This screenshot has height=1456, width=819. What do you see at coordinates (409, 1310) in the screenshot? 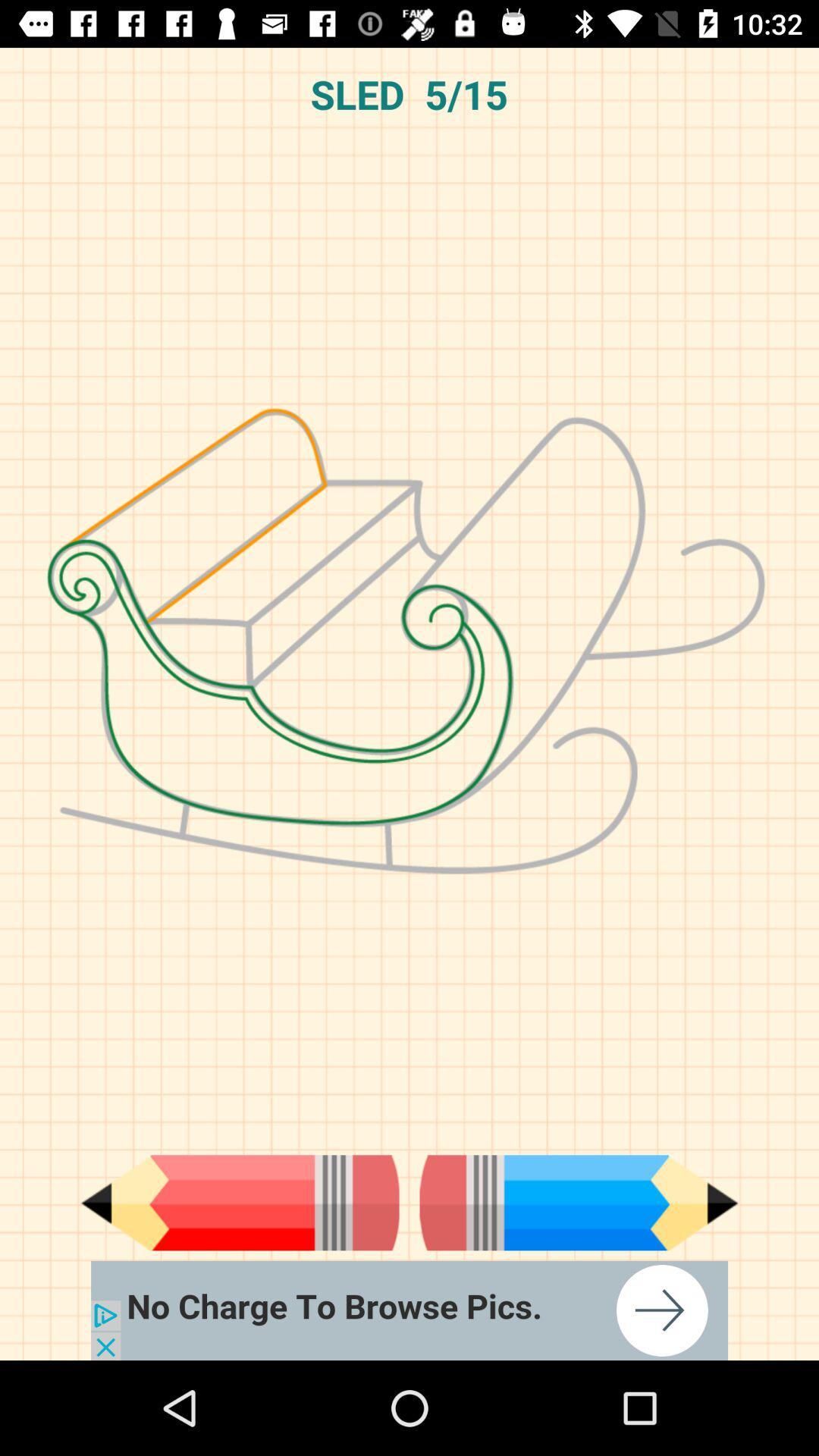
I see `go to` at bounding box center [409, 1310].